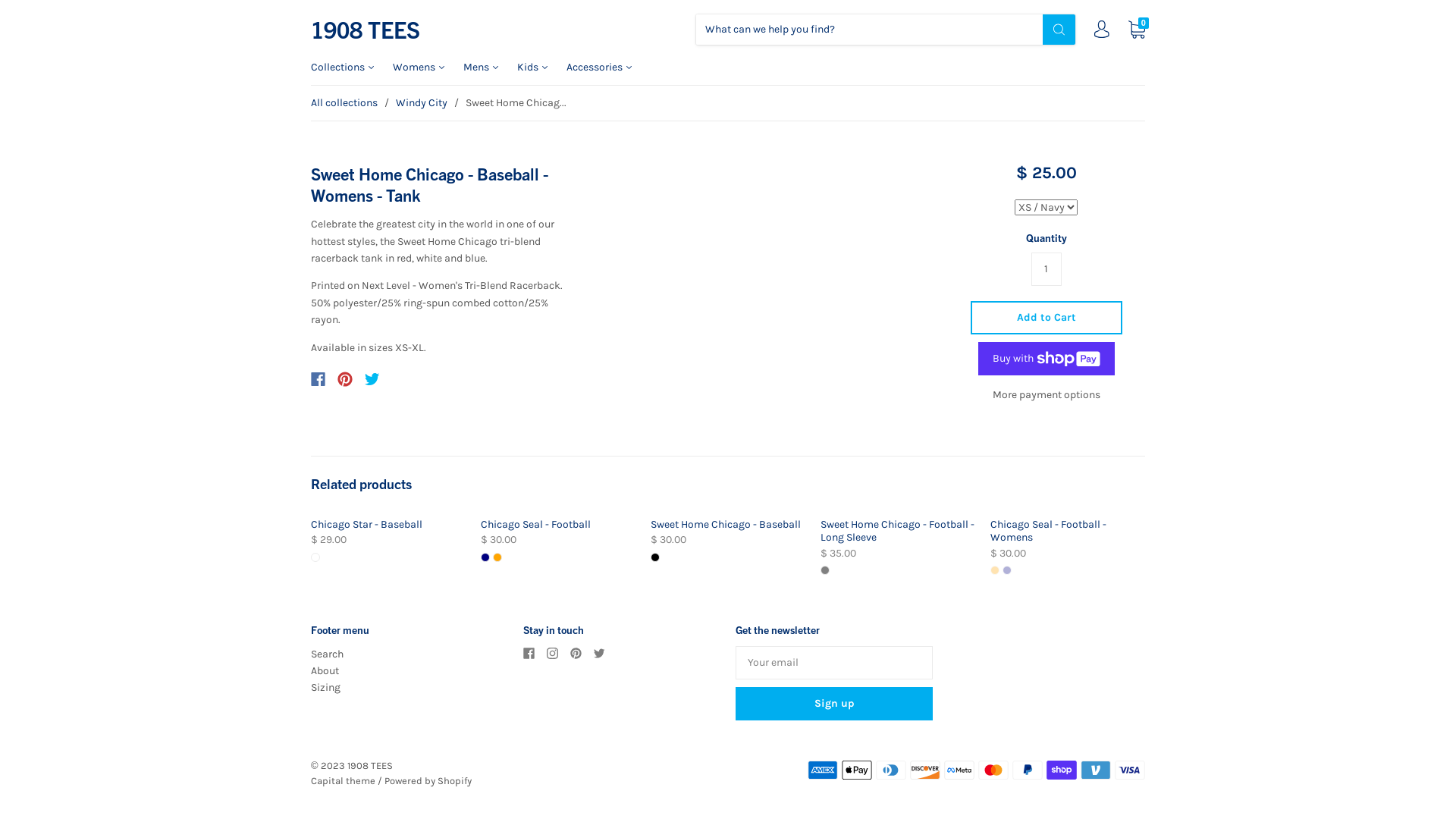 Image resolution: width=1456 pixels, height=819 pixels. What do you see at coordinates (1046, 394) in the screenshot?
I see `'More payment options'` at bounding box center [1046, 394].